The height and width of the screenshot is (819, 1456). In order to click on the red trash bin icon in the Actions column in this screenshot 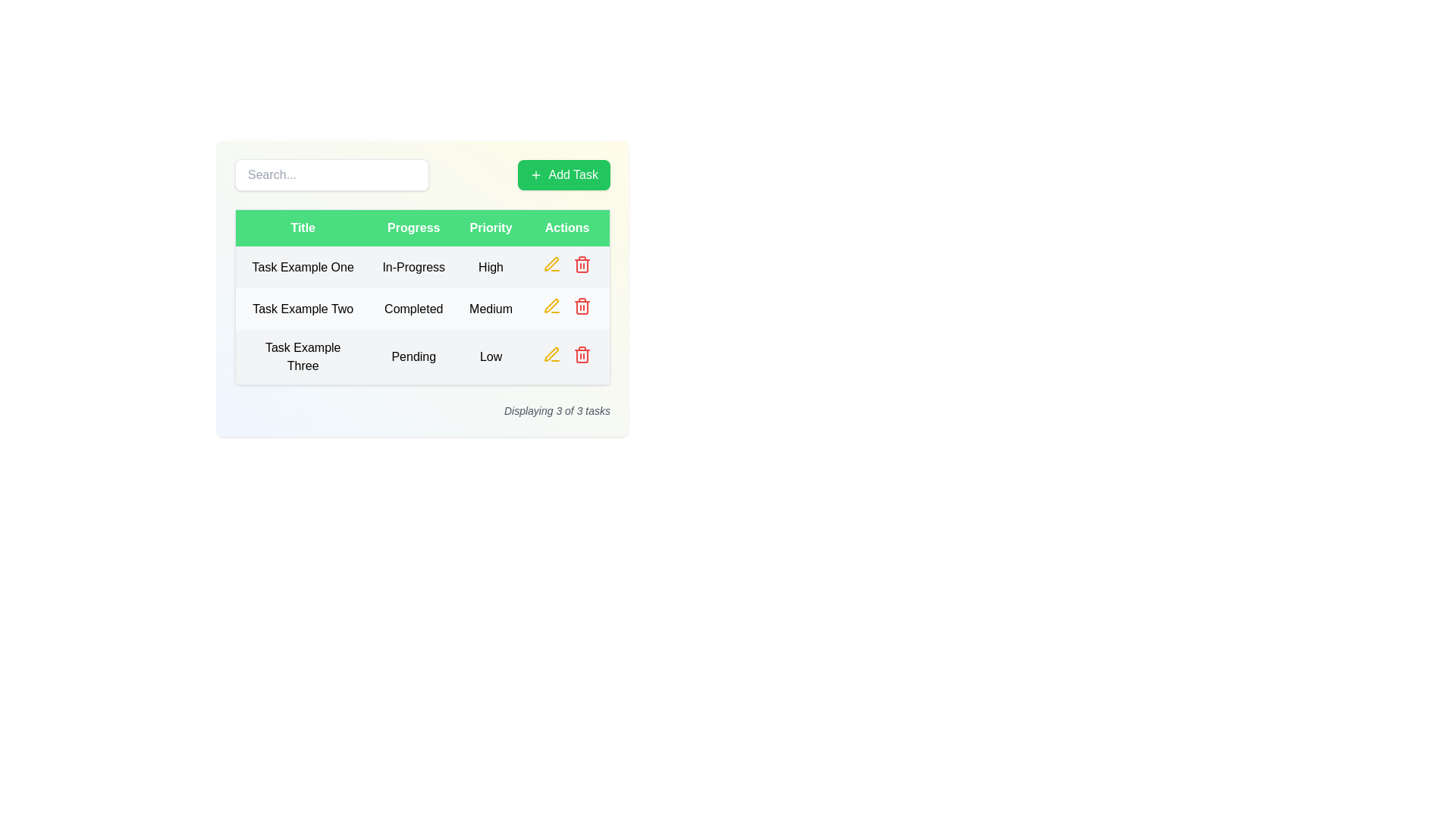, I will do `click(582, 306)`.